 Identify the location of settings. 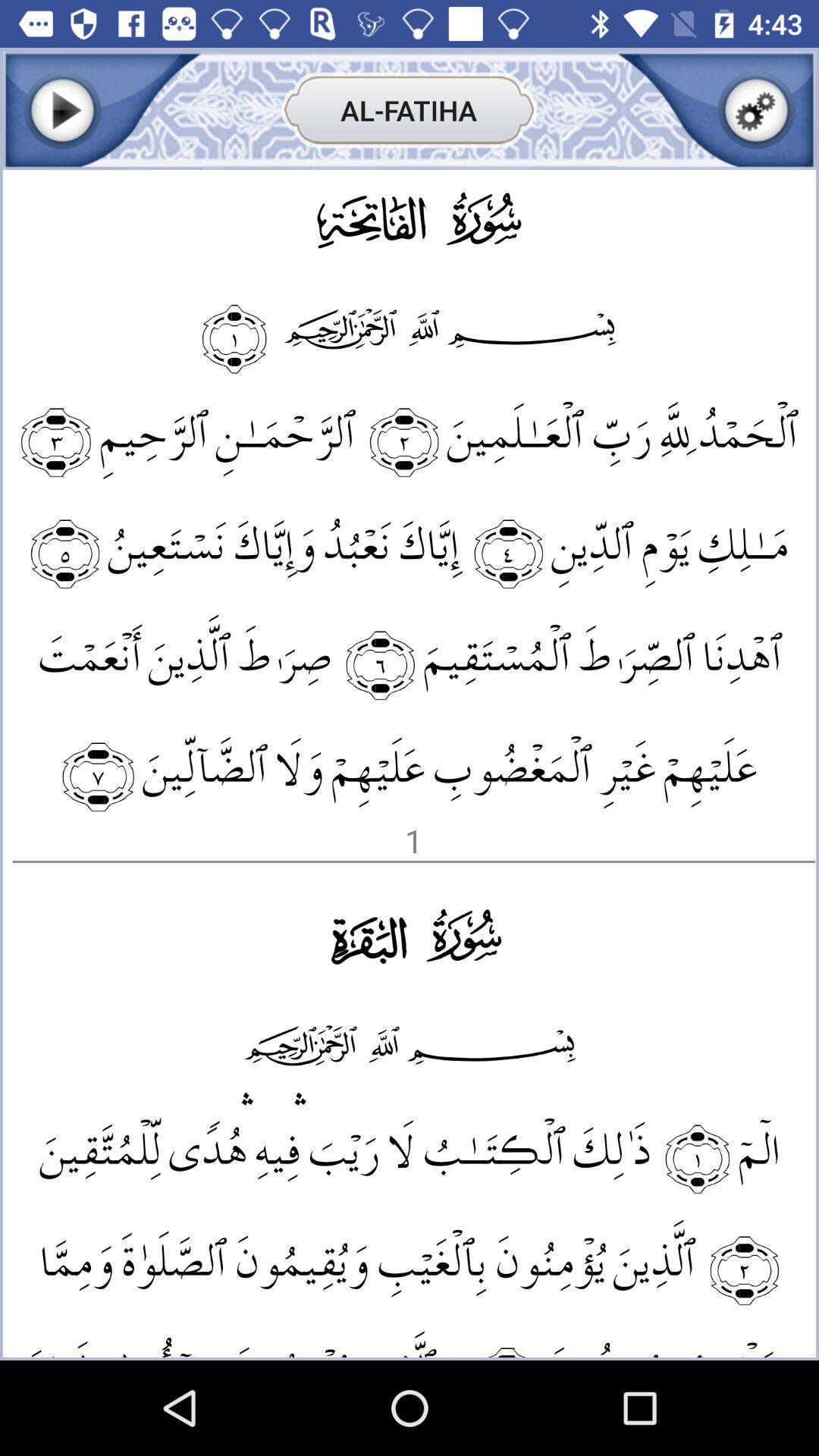
(756, 109).